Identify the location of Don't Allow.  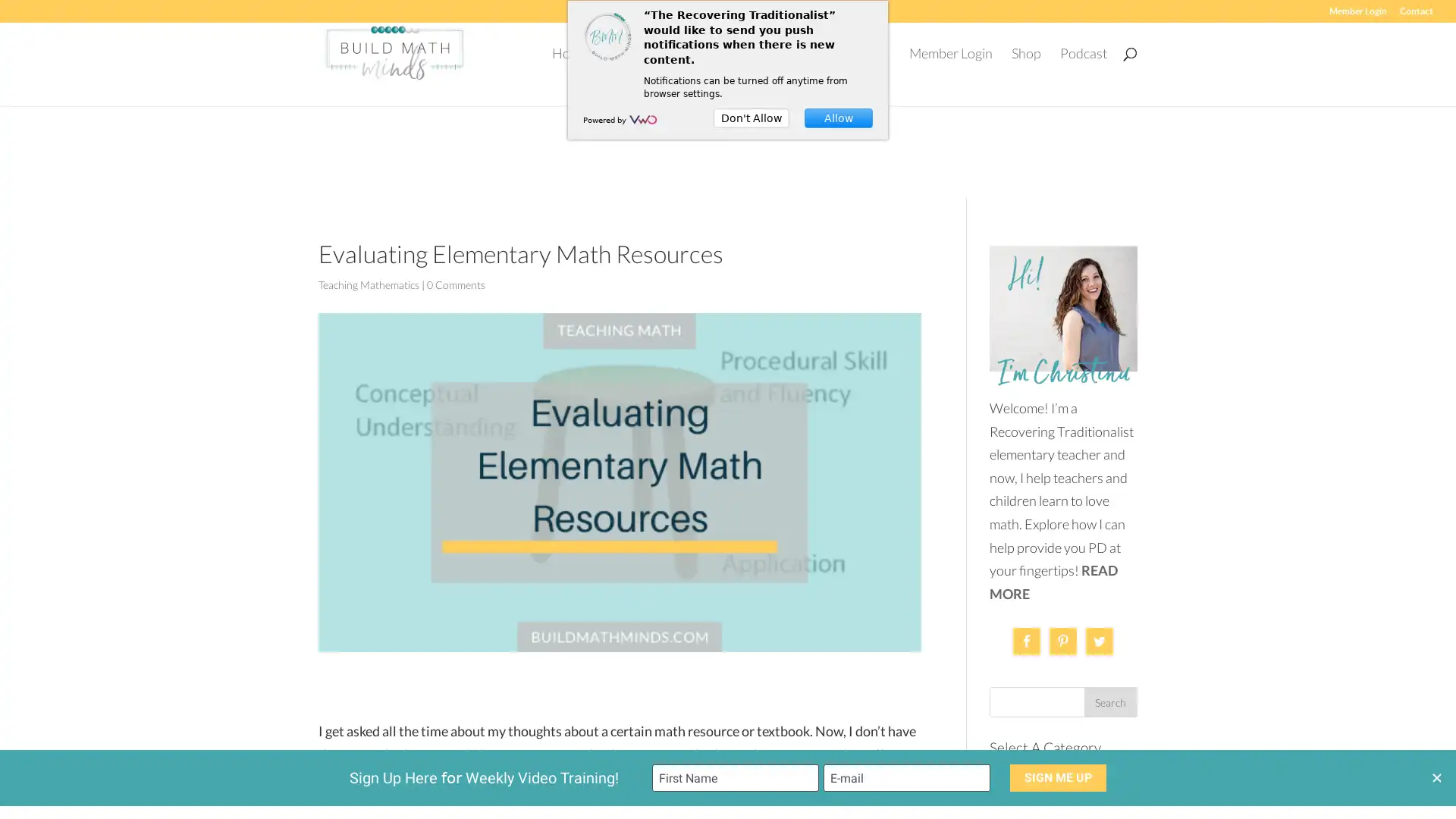
(751, 116).